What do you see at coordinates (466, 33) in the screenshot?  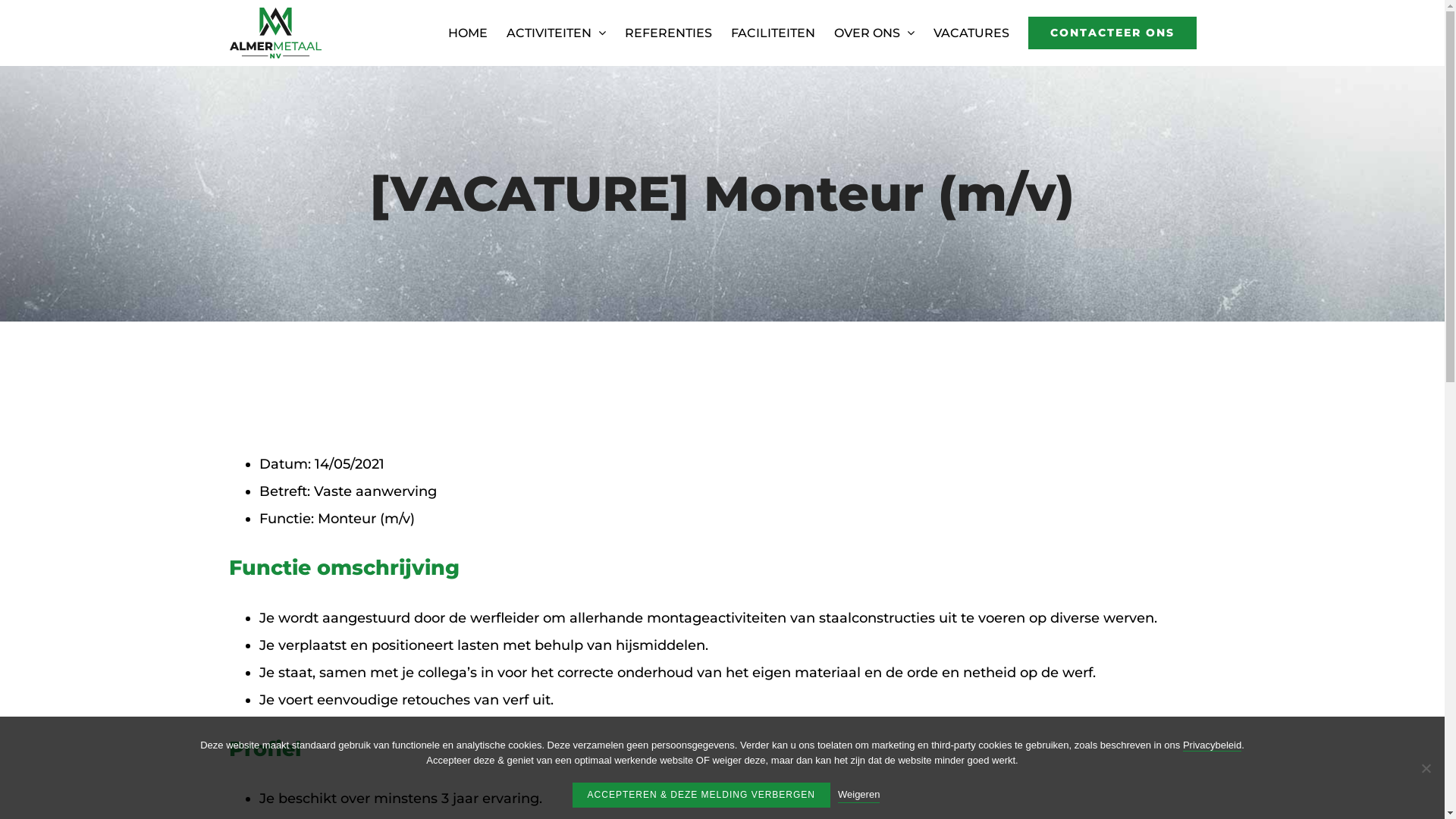 I see `'HOME'` at bounding box center [466, 33].